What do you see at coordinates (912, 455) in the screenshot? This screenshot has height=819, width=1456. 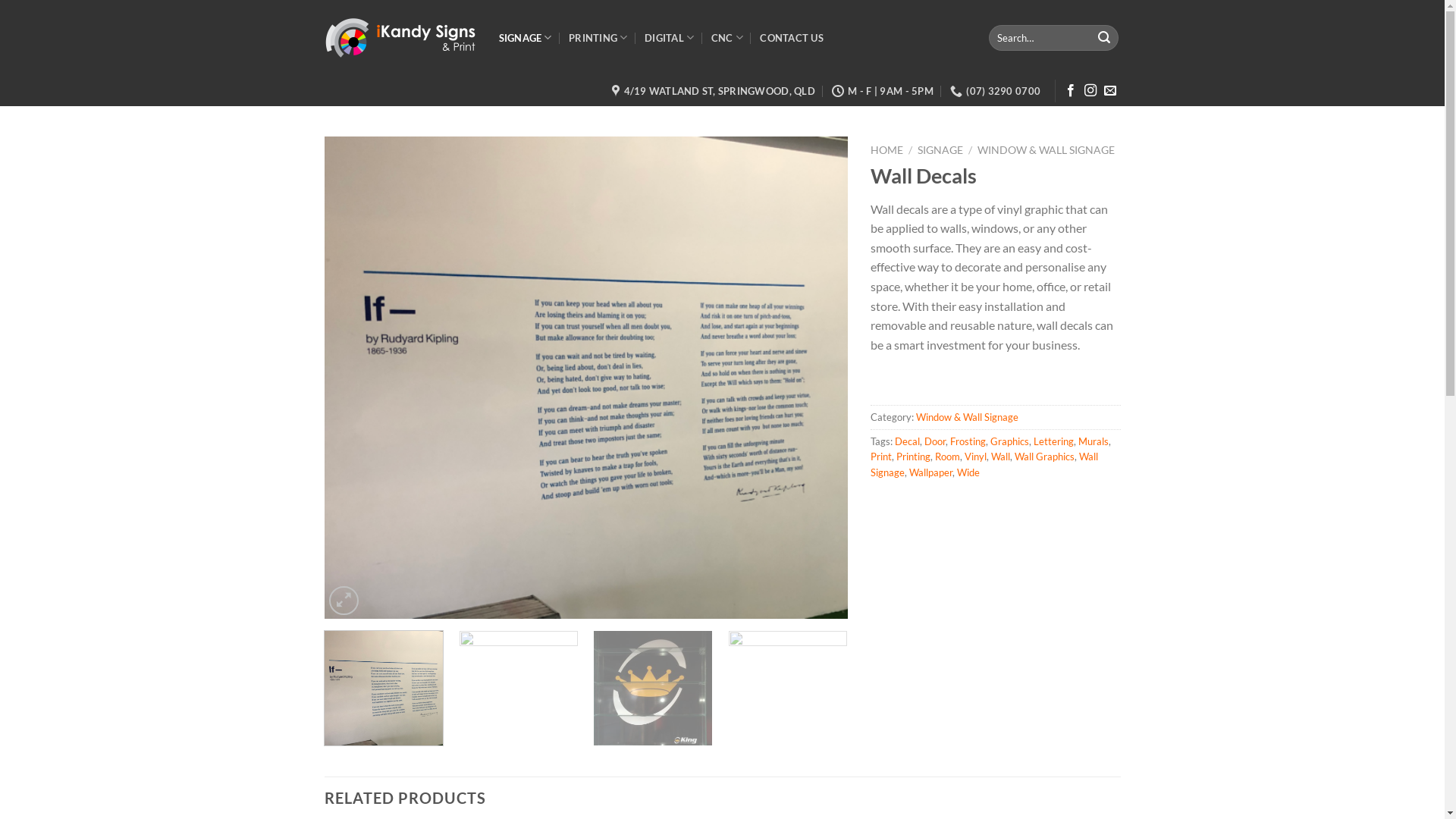 I see `'Printing'` at bounding box center [912, 455].